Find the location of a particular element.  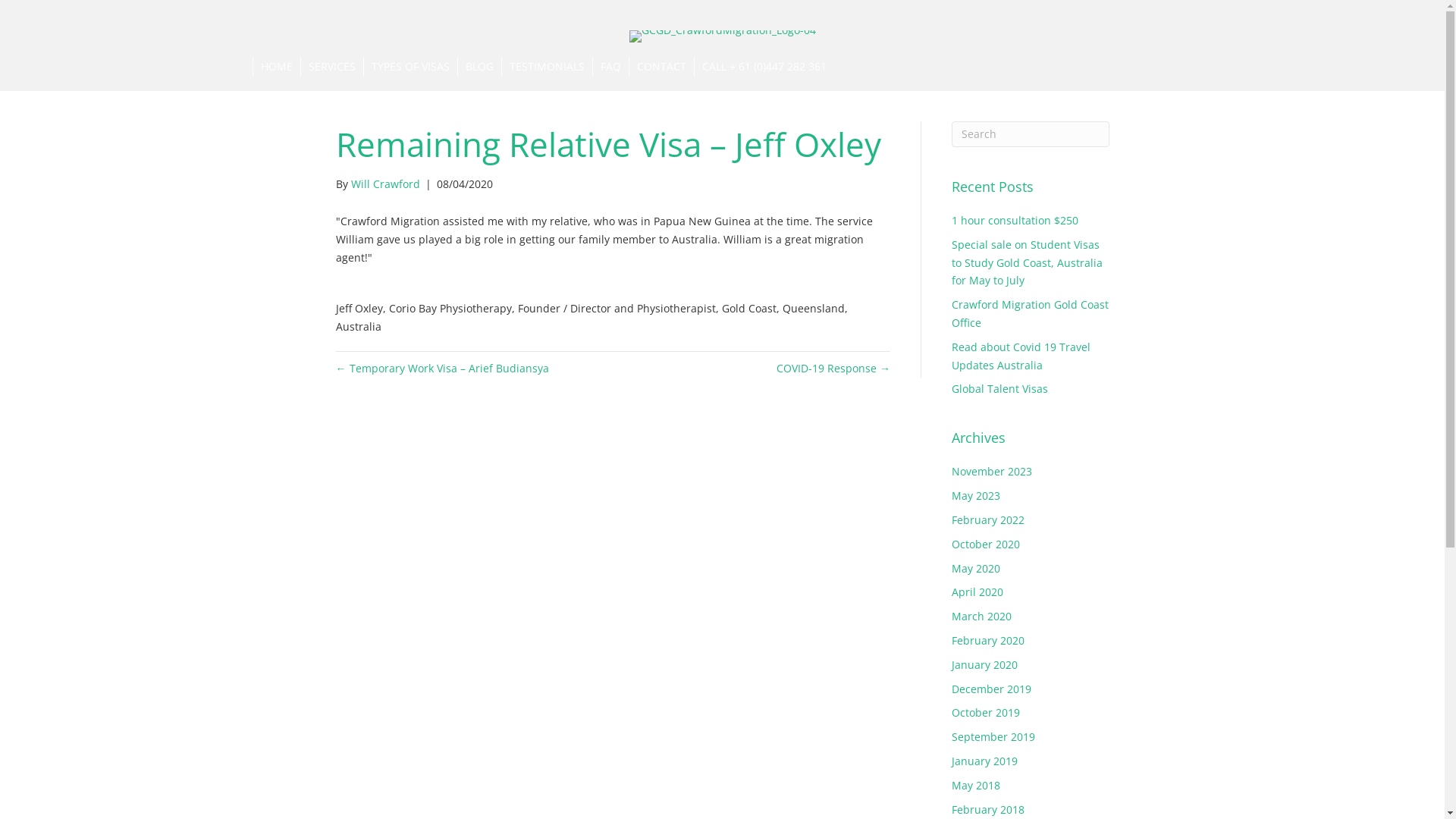

'November 2023' is located at coordinates (992, 470).